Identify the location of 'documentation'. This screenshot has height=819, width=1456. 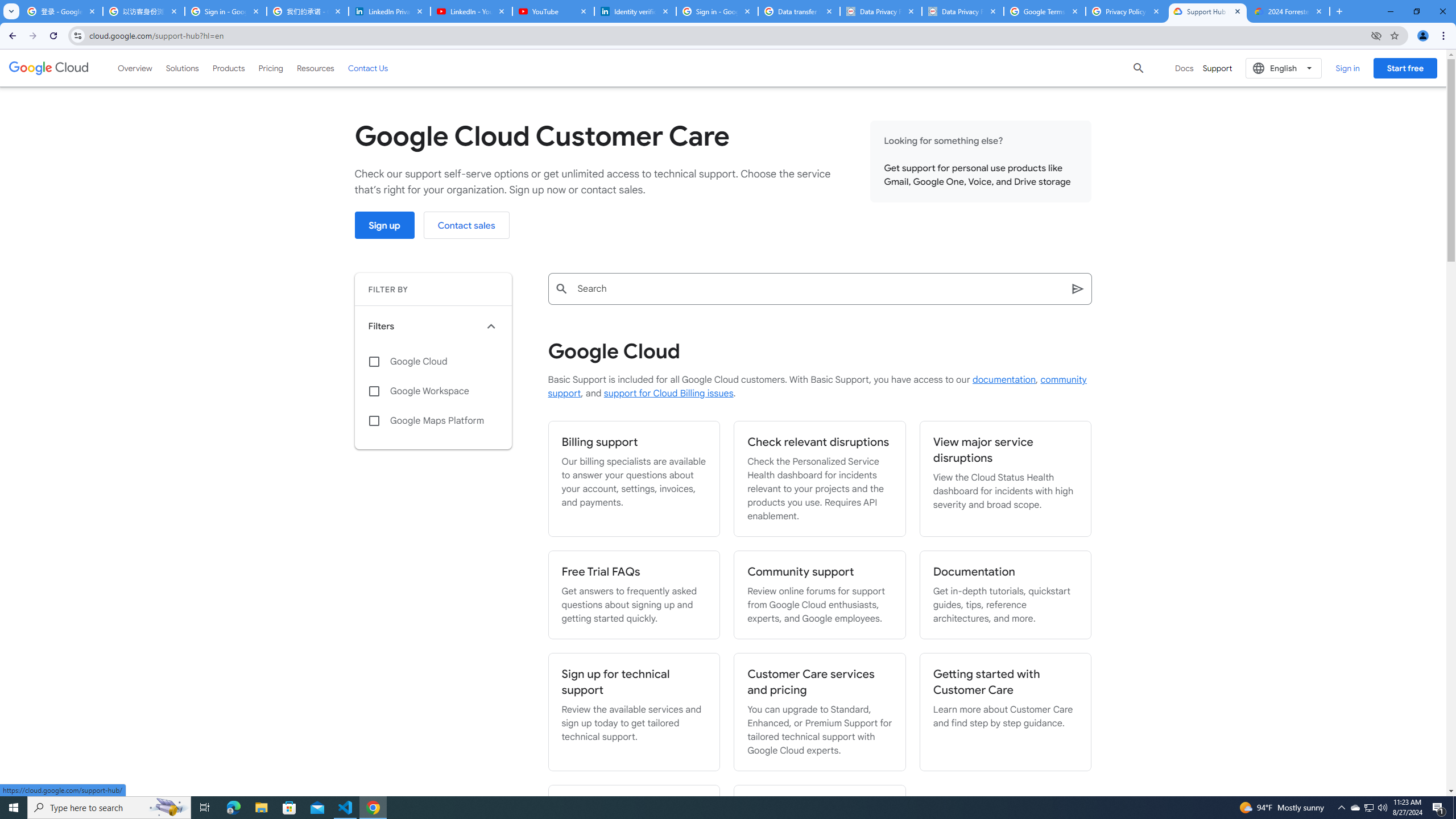
(1004, 379).